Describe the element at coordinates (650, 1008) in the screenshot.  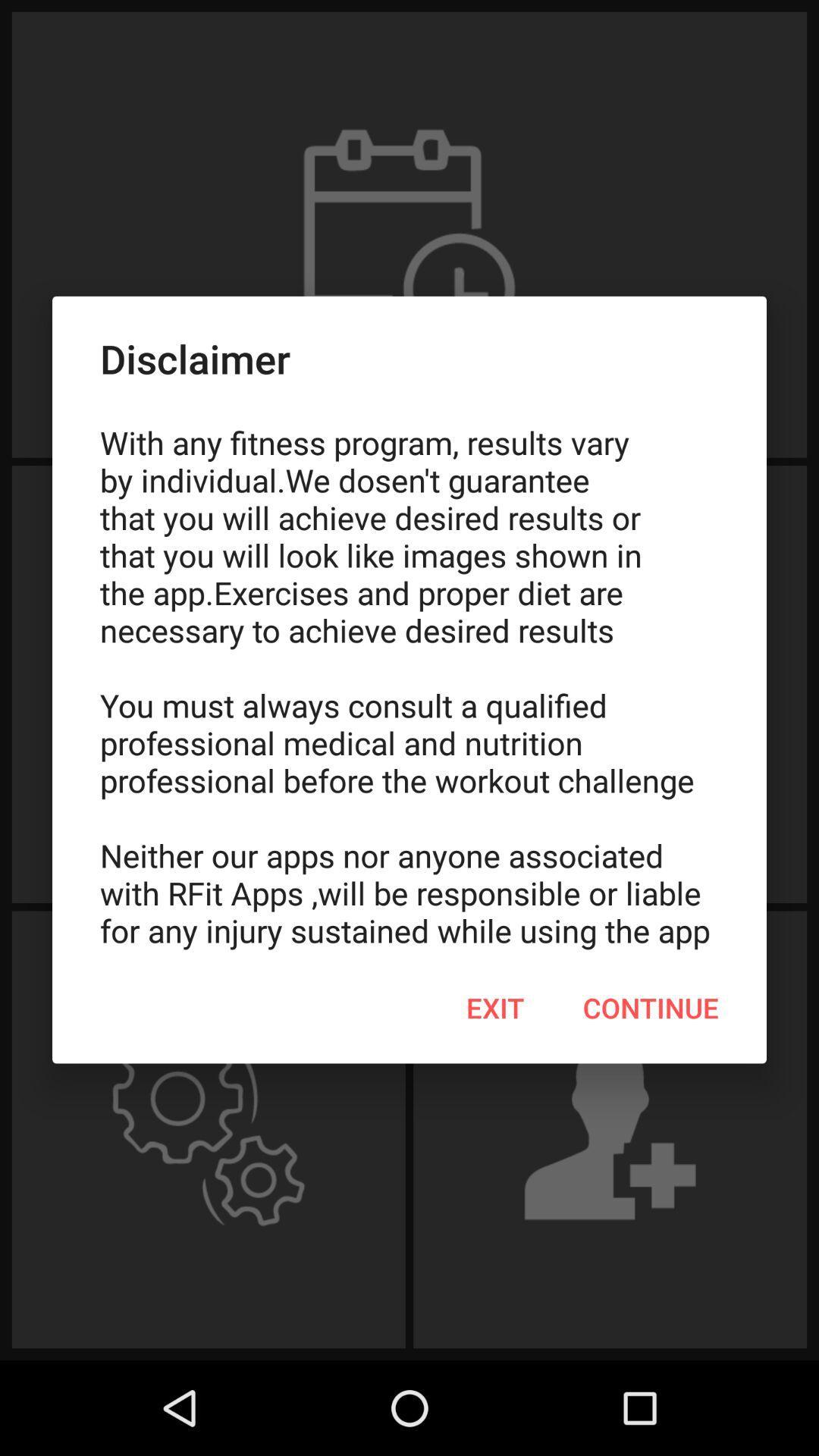
I see `item below with any fitness item` at that location.